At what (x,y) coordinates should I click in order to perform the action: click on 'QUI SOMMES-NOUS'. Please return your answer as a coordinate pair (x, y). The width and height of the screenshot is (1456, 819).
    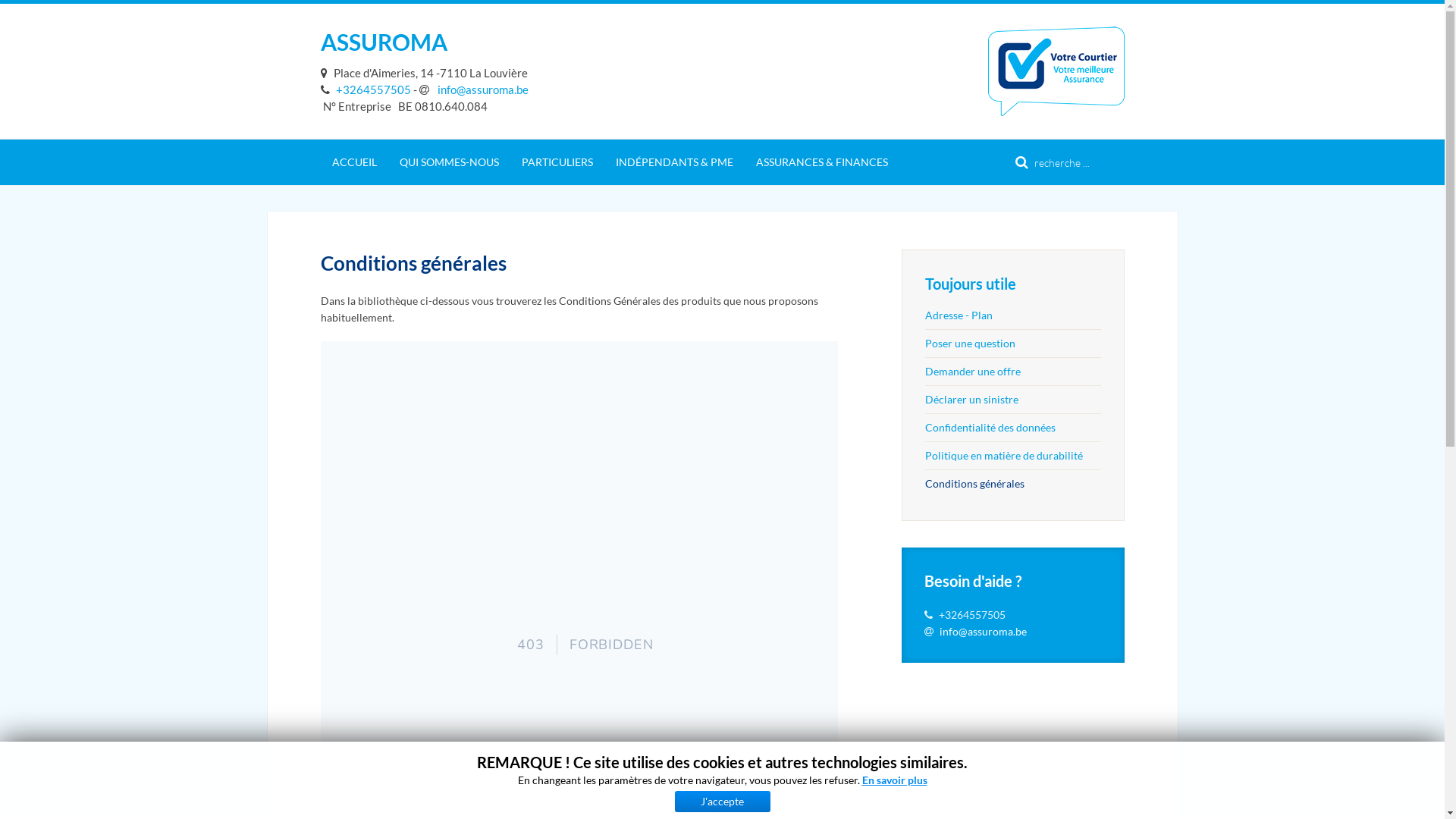
    Looking at the image, I should click on (448, 162).